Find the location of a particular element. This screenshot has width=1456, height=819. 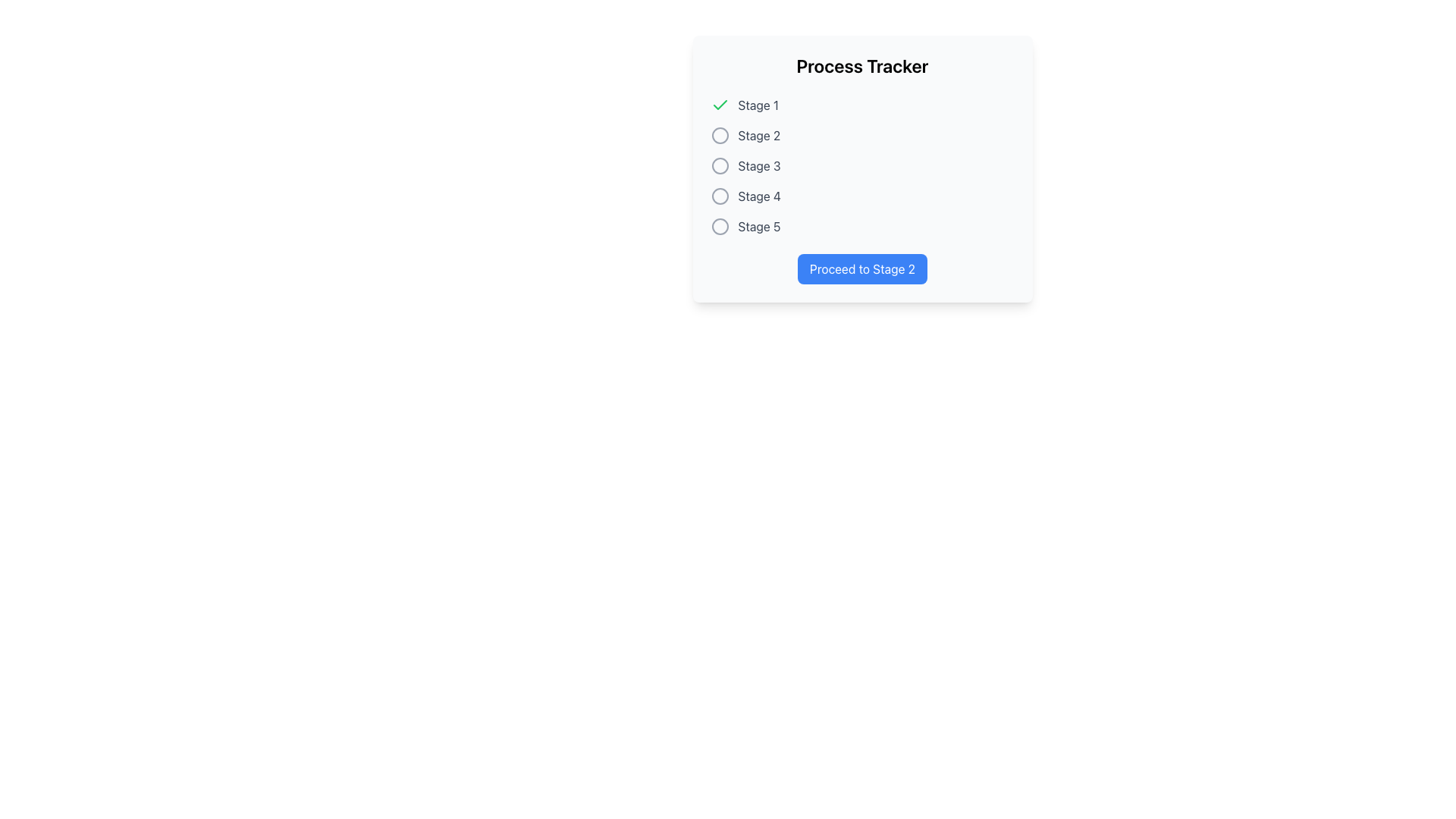

the text label displaying 'Process Tracker', which is prominently positioned at the top of its card-like area is located at coordinates (862, 65).